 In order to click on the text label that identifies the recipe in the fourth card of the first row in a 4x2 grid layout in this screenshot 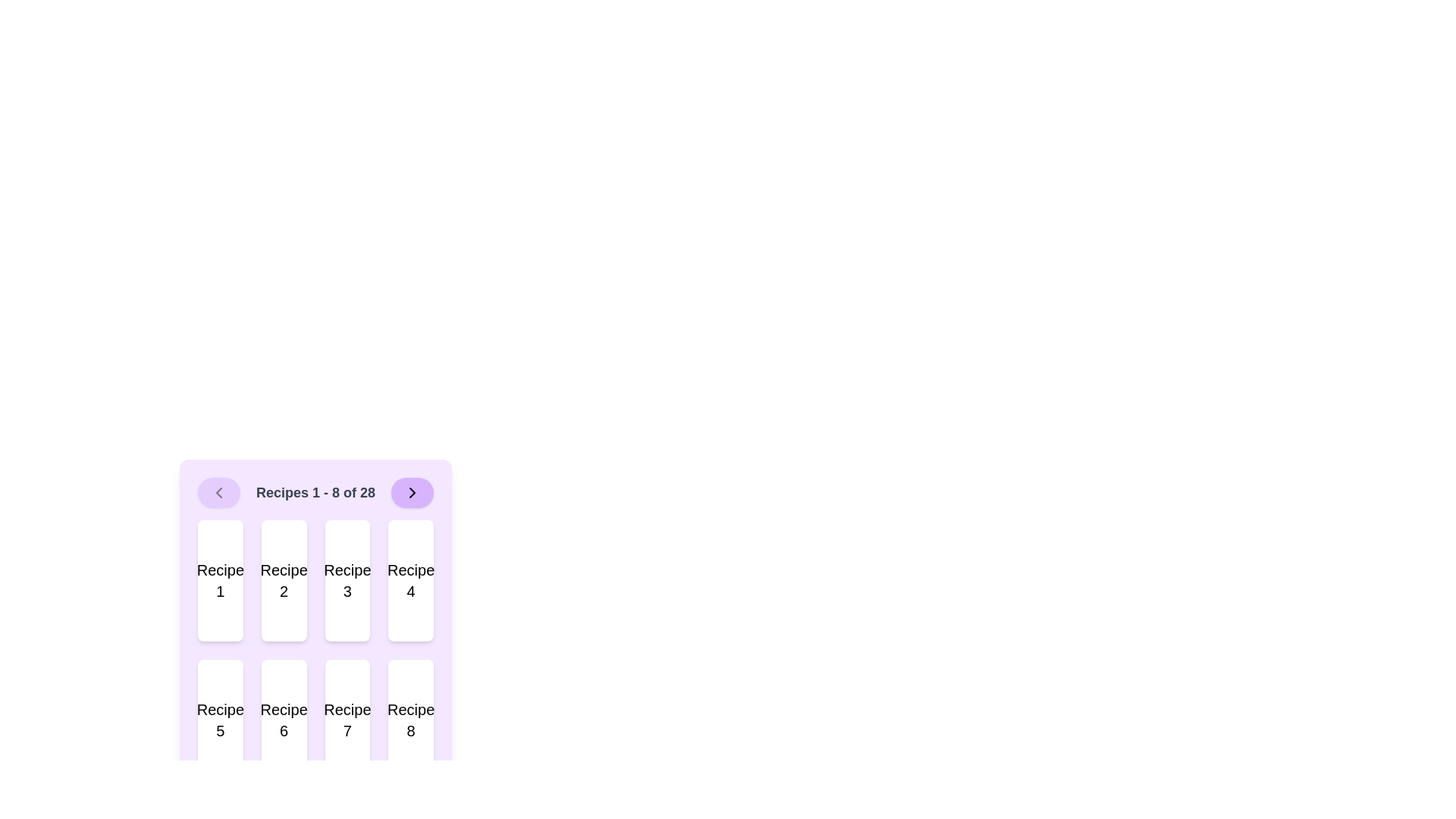, I will do `click(411, 580)`.